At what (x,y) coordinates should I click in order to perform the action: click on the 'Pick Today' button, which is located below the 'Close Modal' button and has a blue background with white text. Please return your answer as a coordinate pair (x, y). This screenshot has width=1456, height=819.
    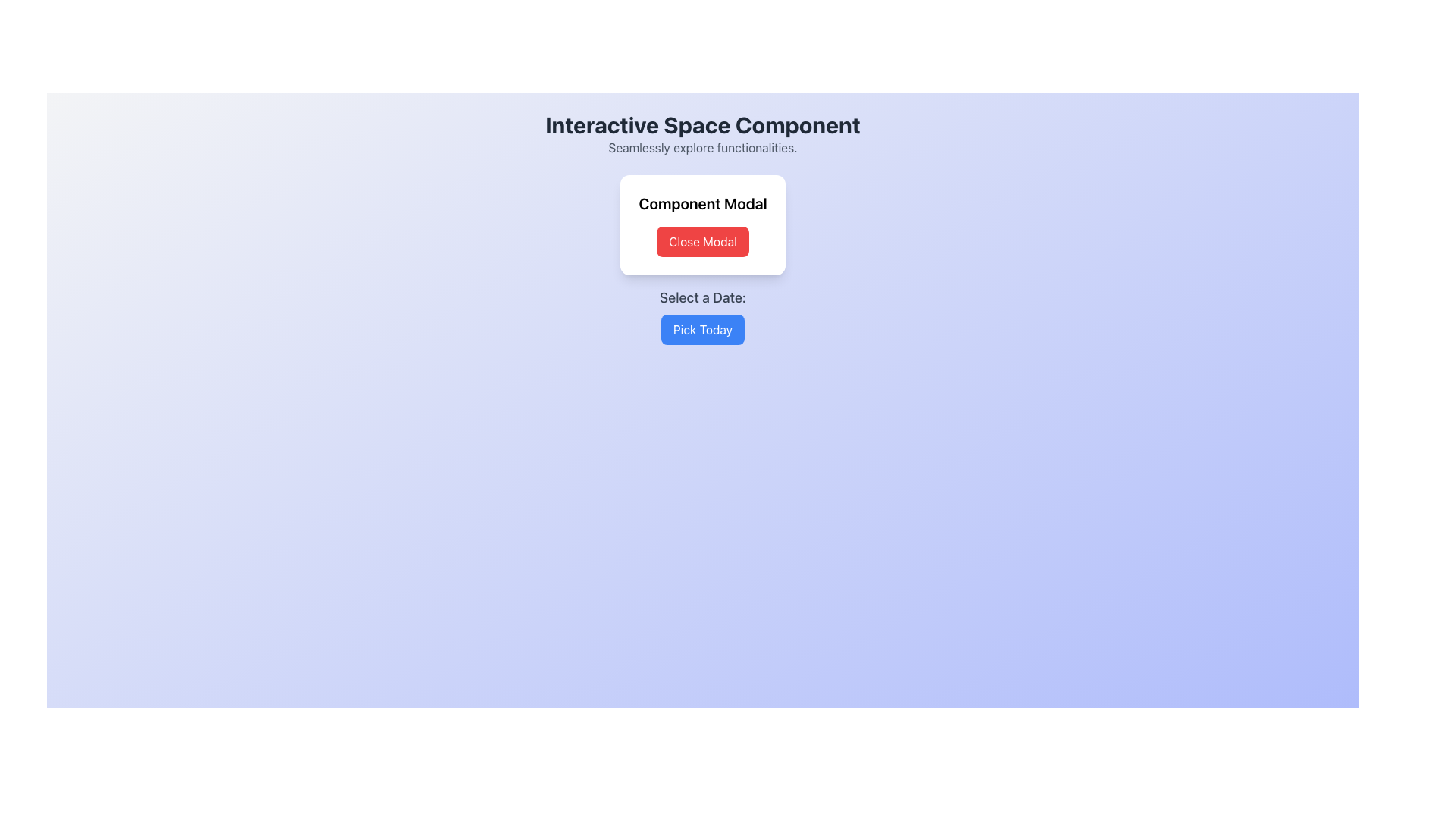
    Looking at the image, I should click on (701, 315).